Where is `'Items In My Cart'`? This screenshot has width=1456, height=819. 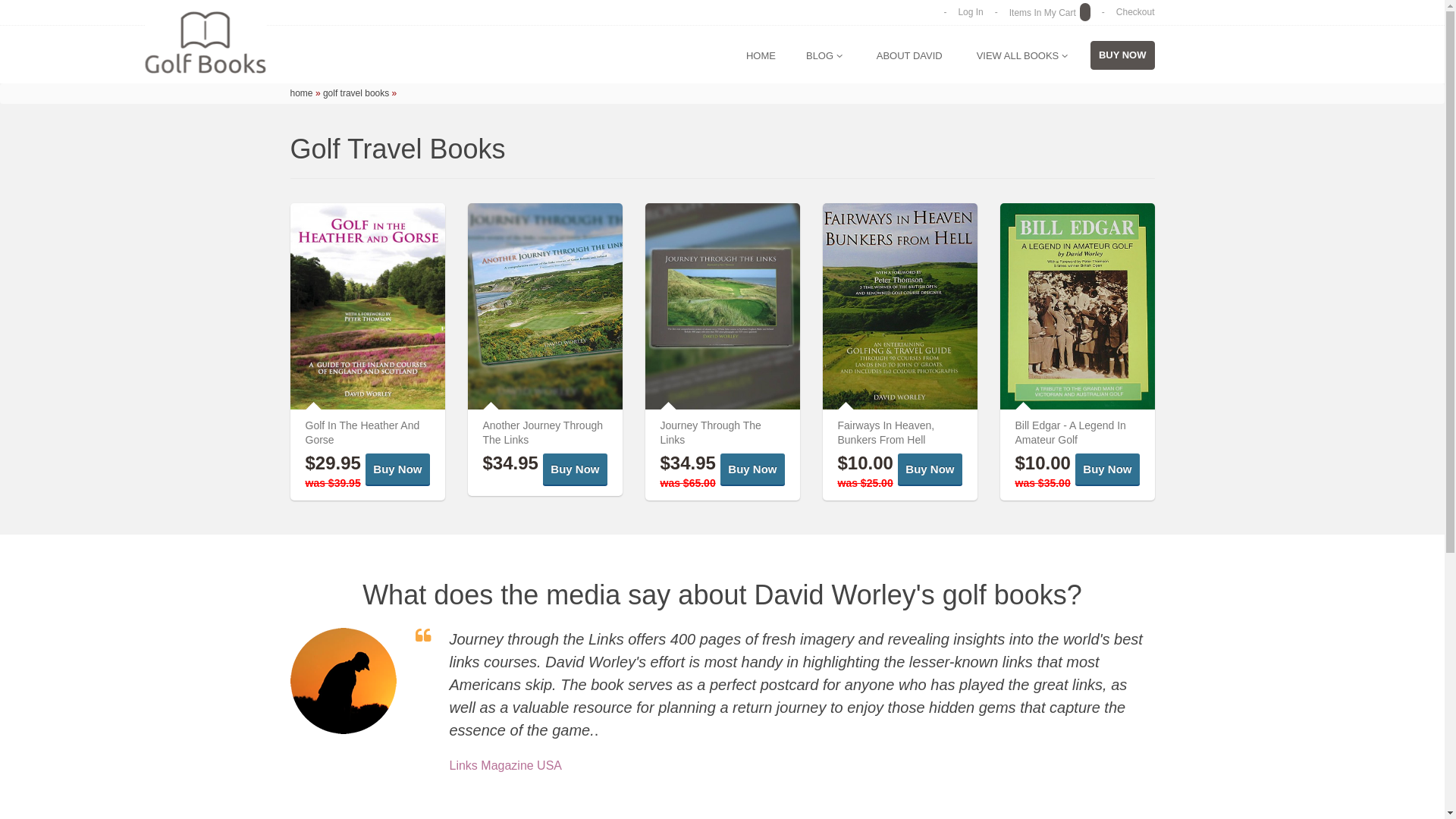
'Items In My Cart' is located at coordinates (1009, 12).